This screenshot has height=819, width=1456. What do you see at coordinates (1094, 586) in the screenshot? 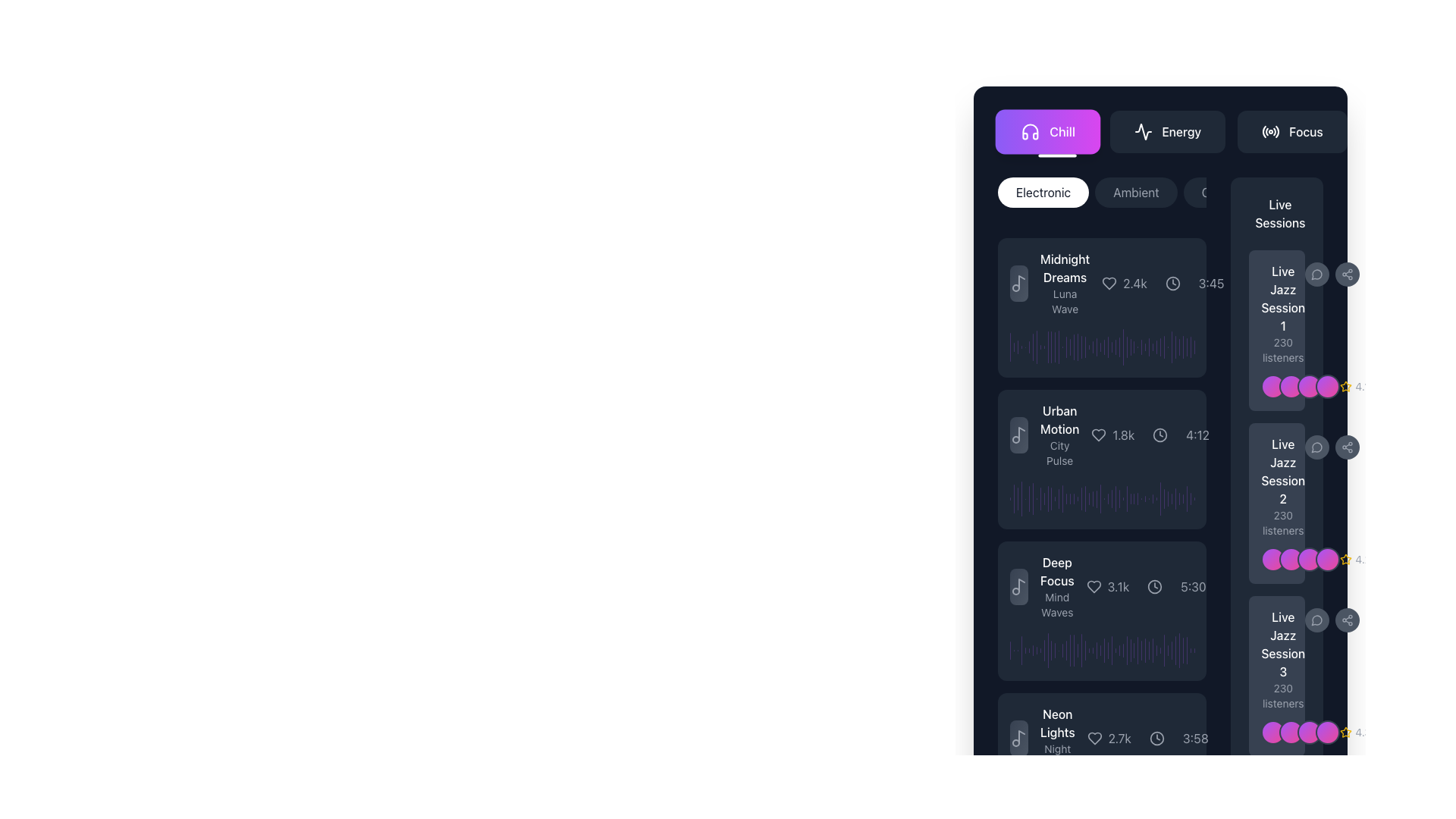
I see `the heart icon adjacent to the 'Deep Focus' text` at bounding box center [1094, 586].